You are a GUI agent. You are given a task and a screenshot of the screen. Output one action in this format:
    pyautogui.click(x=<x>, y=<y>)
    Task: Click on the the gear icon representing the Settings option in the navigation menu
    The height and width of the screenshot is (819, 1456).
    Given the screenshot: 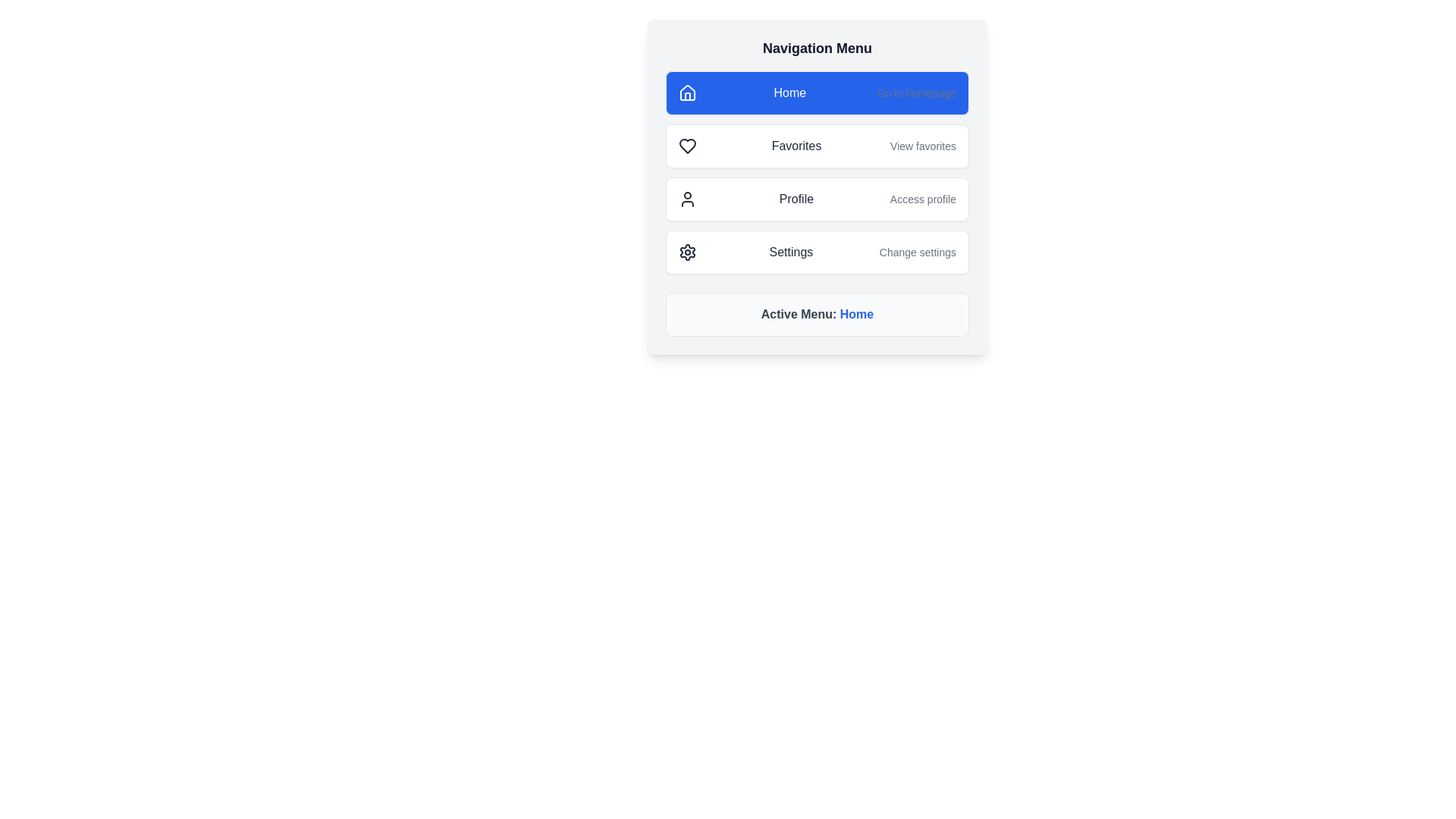 What is the action you would take?
    pyautogui.click(x=687, y=251)
    